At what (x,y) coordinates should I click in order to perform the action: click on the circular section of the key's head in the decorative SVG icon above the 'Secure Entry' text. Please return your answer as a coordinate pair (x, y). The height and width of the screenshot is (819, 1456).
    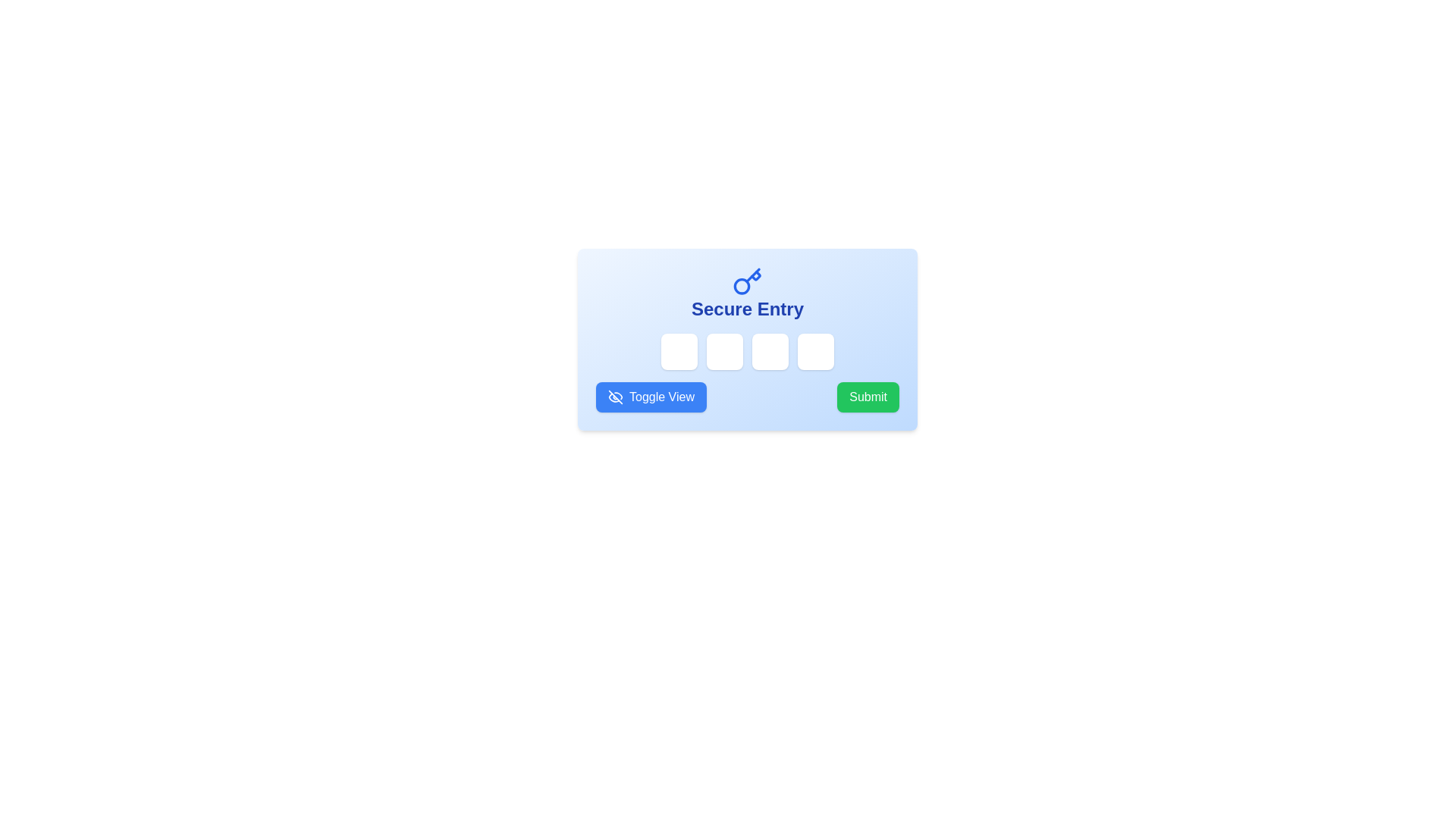
    Looking at the image, I should click on (755, 275).